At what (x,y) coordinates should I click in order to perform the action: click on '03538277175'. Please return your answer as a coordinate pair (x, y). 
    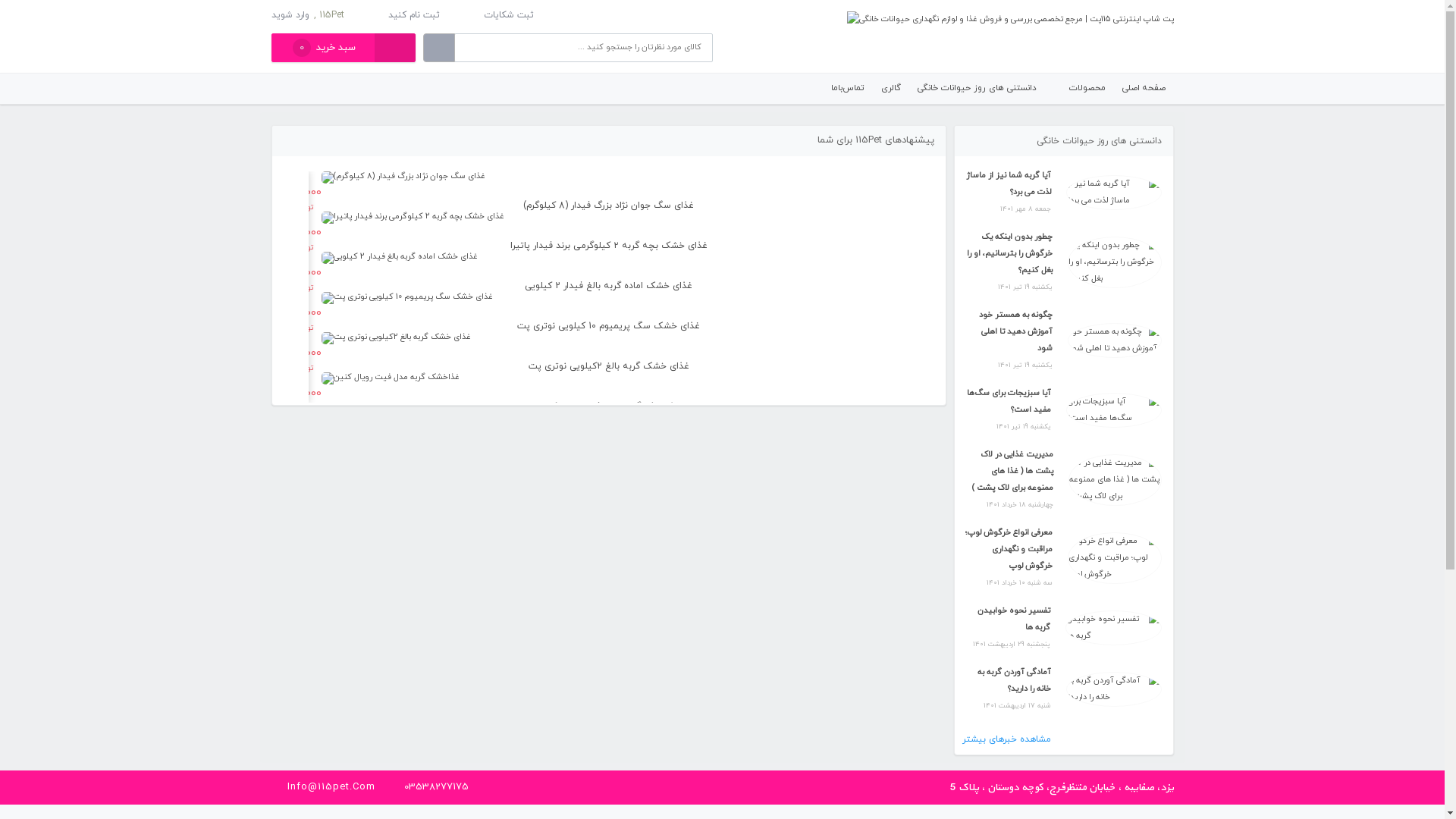
    Looking at the image, I should click on (435, 786).